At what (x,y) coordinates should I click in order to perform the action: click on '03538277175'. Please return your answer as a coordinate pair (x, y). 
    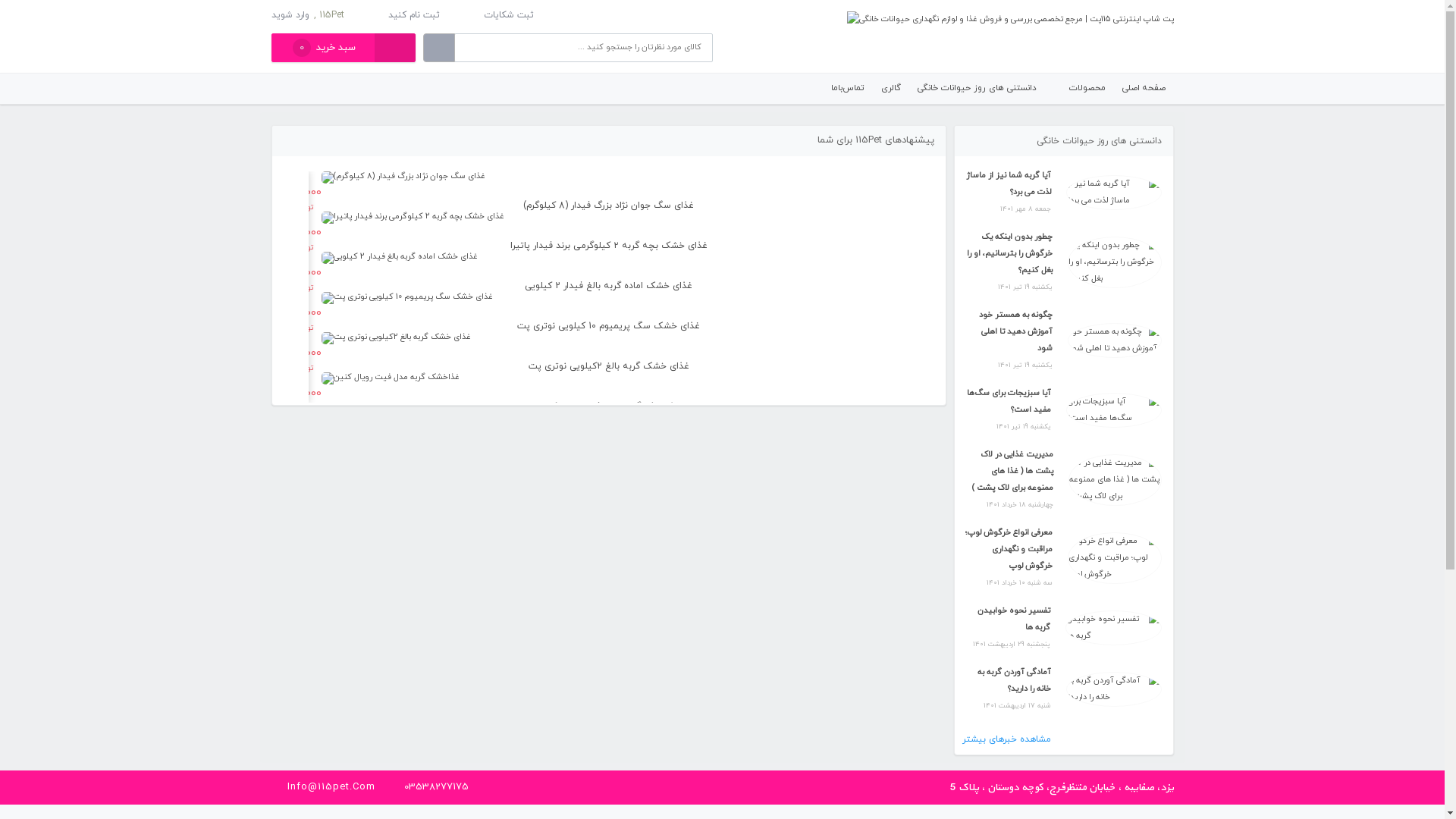
    Looking at the image, I should click on (435, 786).